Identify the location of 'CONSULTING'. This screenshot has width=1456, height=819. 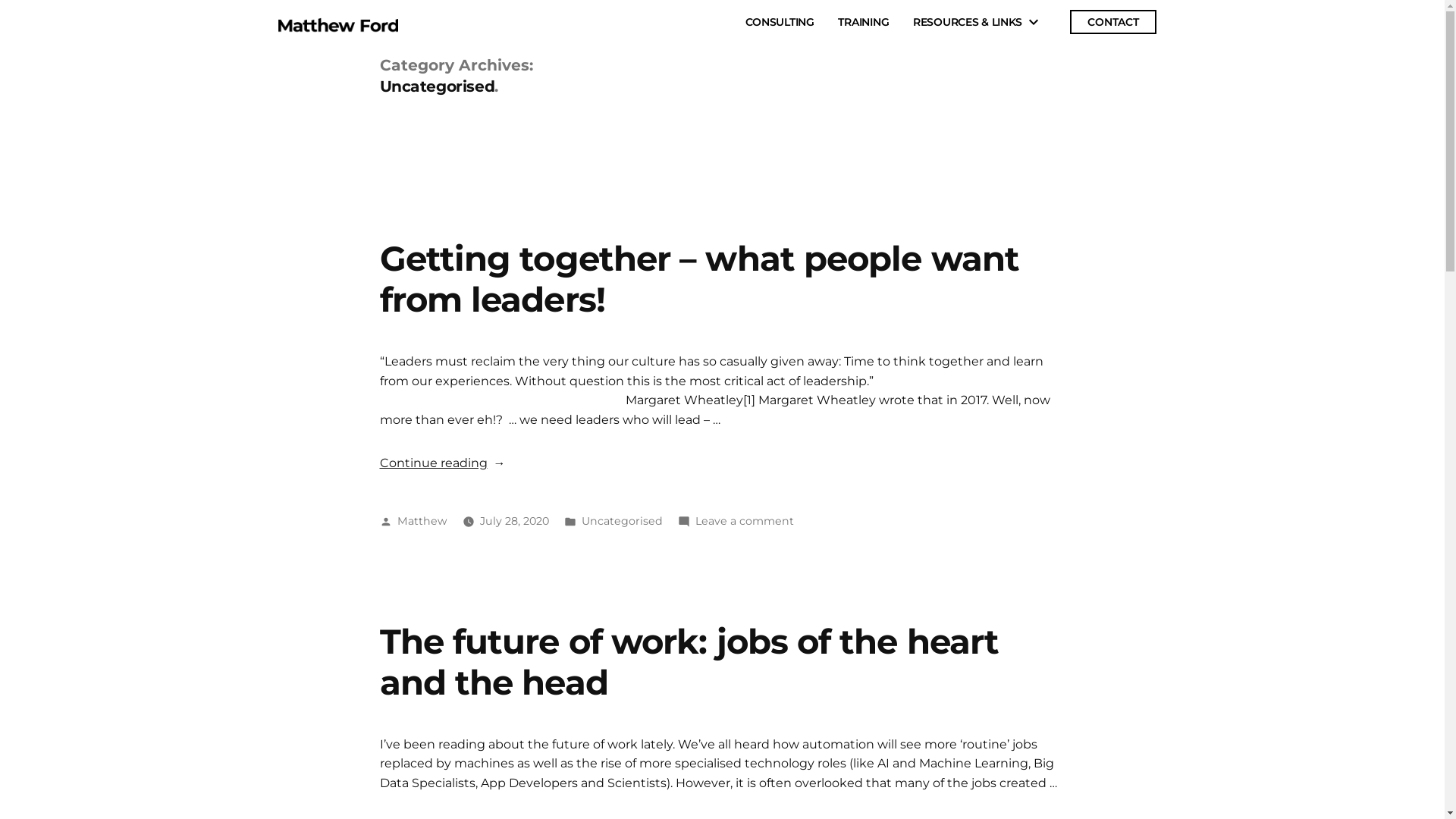
(745, 22).